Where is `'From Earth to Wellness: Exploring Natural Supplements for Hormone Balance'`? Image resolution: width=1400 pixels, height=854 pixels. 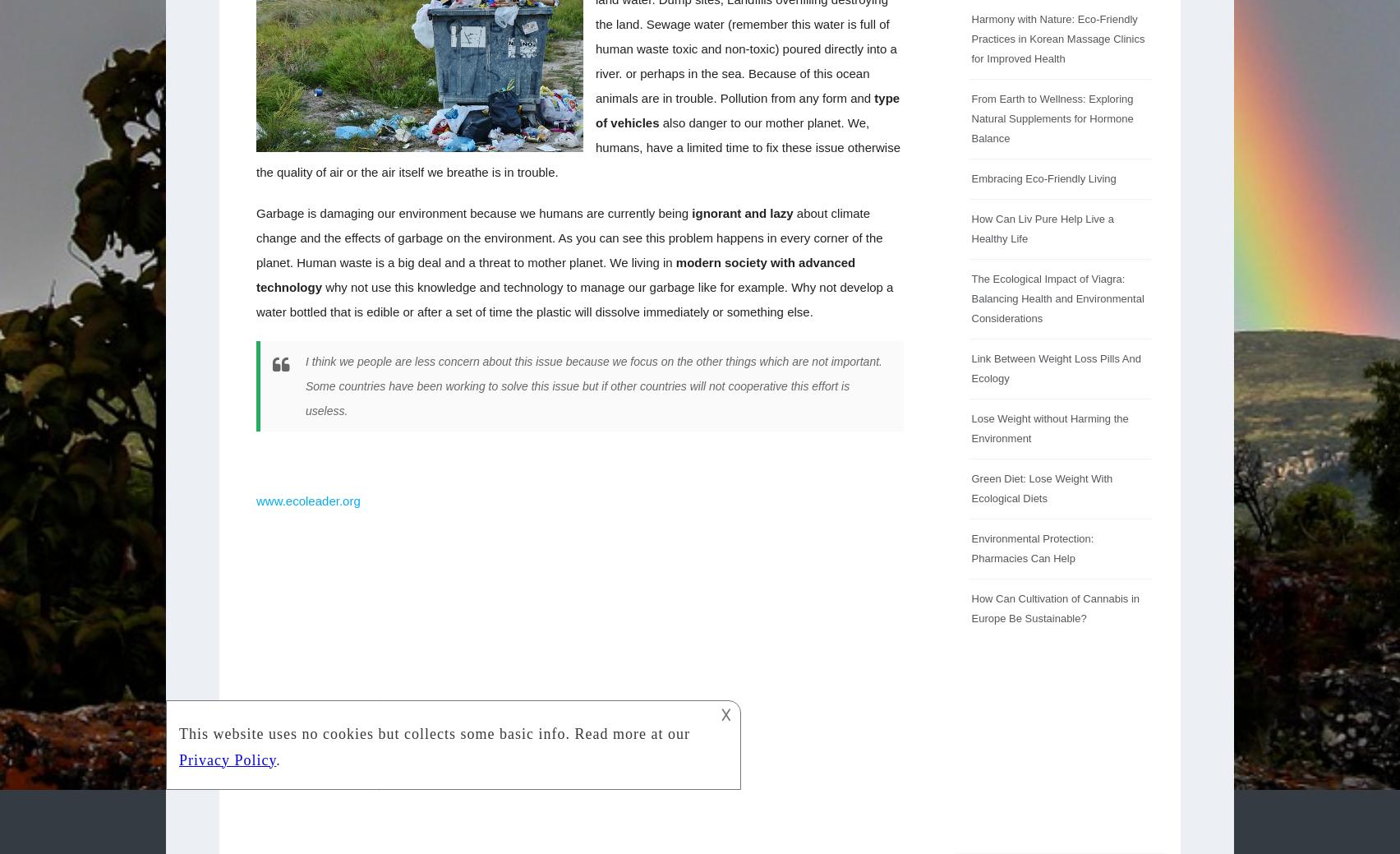
'From Earth to Wellness: Exploring Natural Supplements for Hormone Balance' is located at coordinates (1052, 118).